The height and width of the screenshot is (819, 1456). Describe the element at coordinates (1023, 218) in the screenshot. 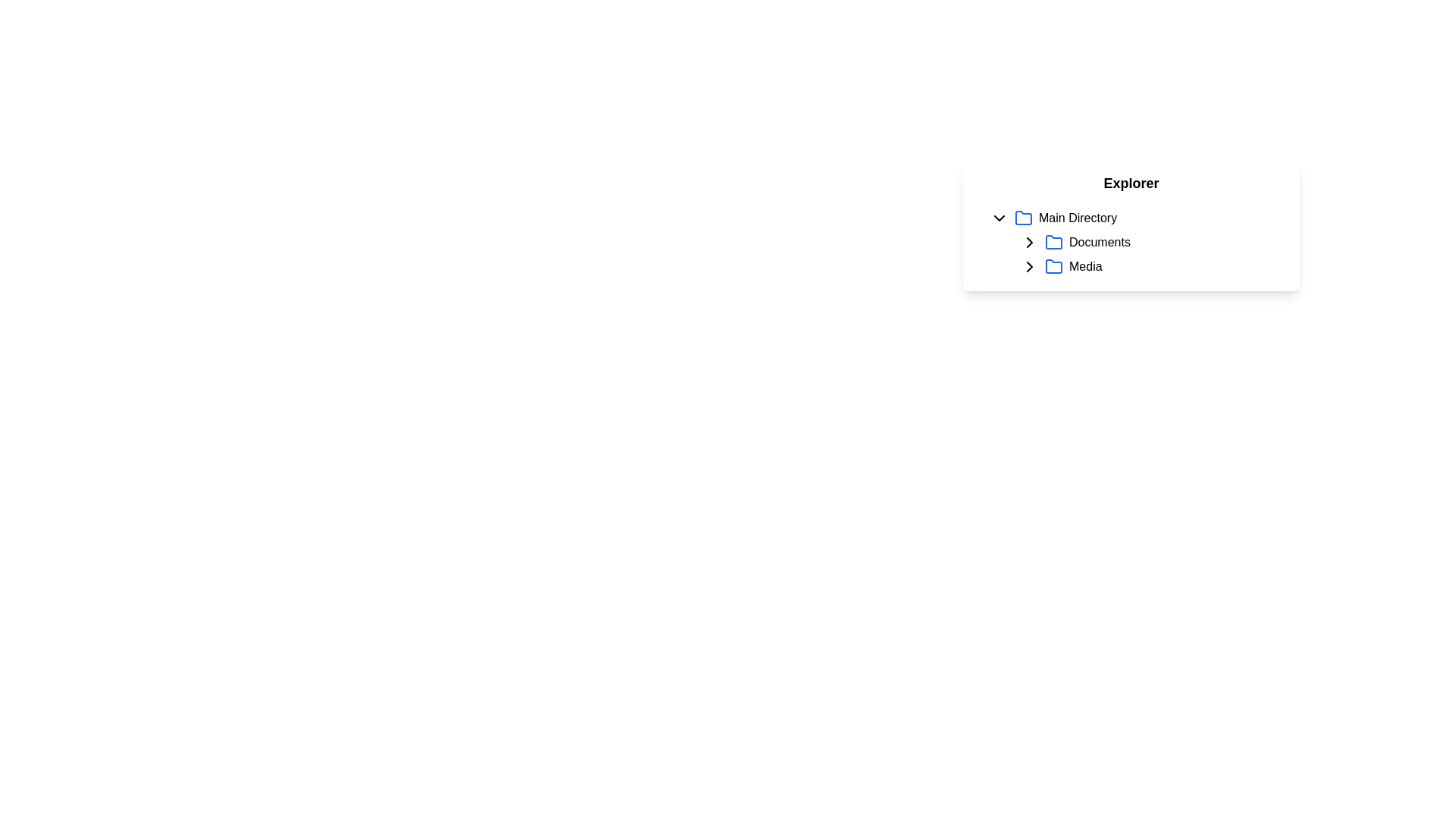

I see `the folder icon representing the 'Main Directory' to observe its visual change or tooltip` at that location.